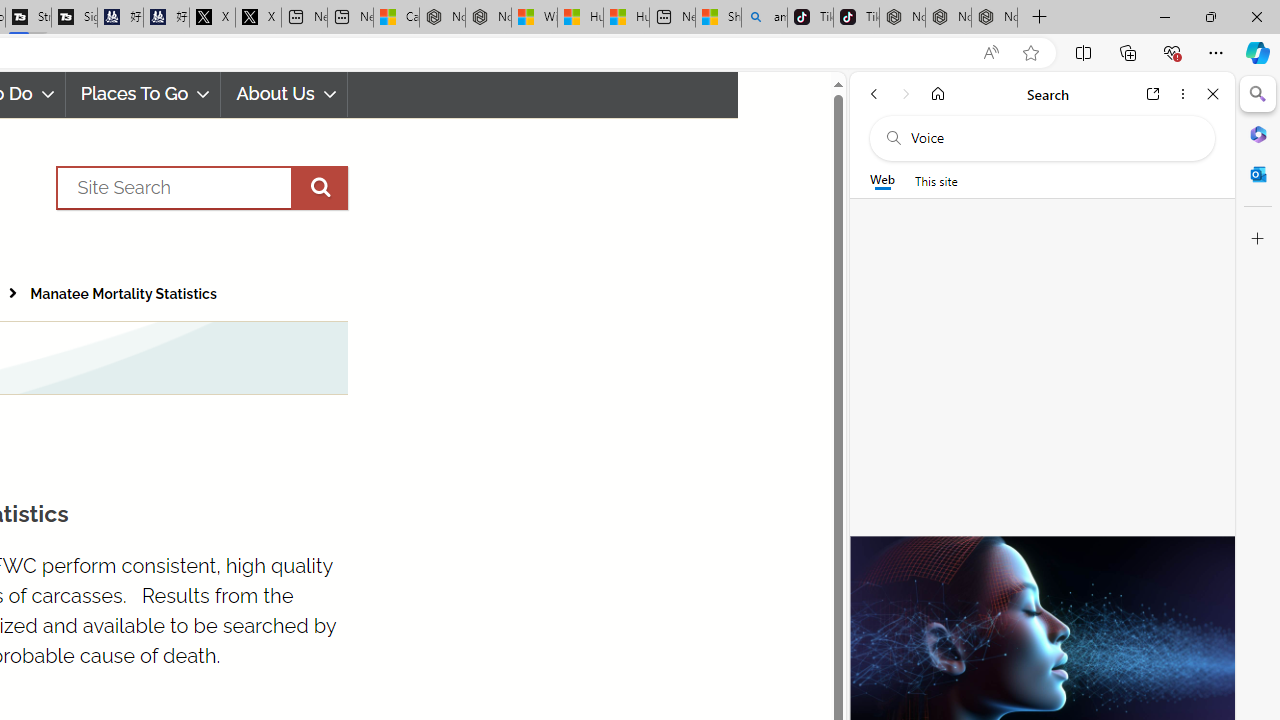 The height and width of the screenshot is (720, 1280). I want to click on 'Browser essentials', so click(1171, 51).